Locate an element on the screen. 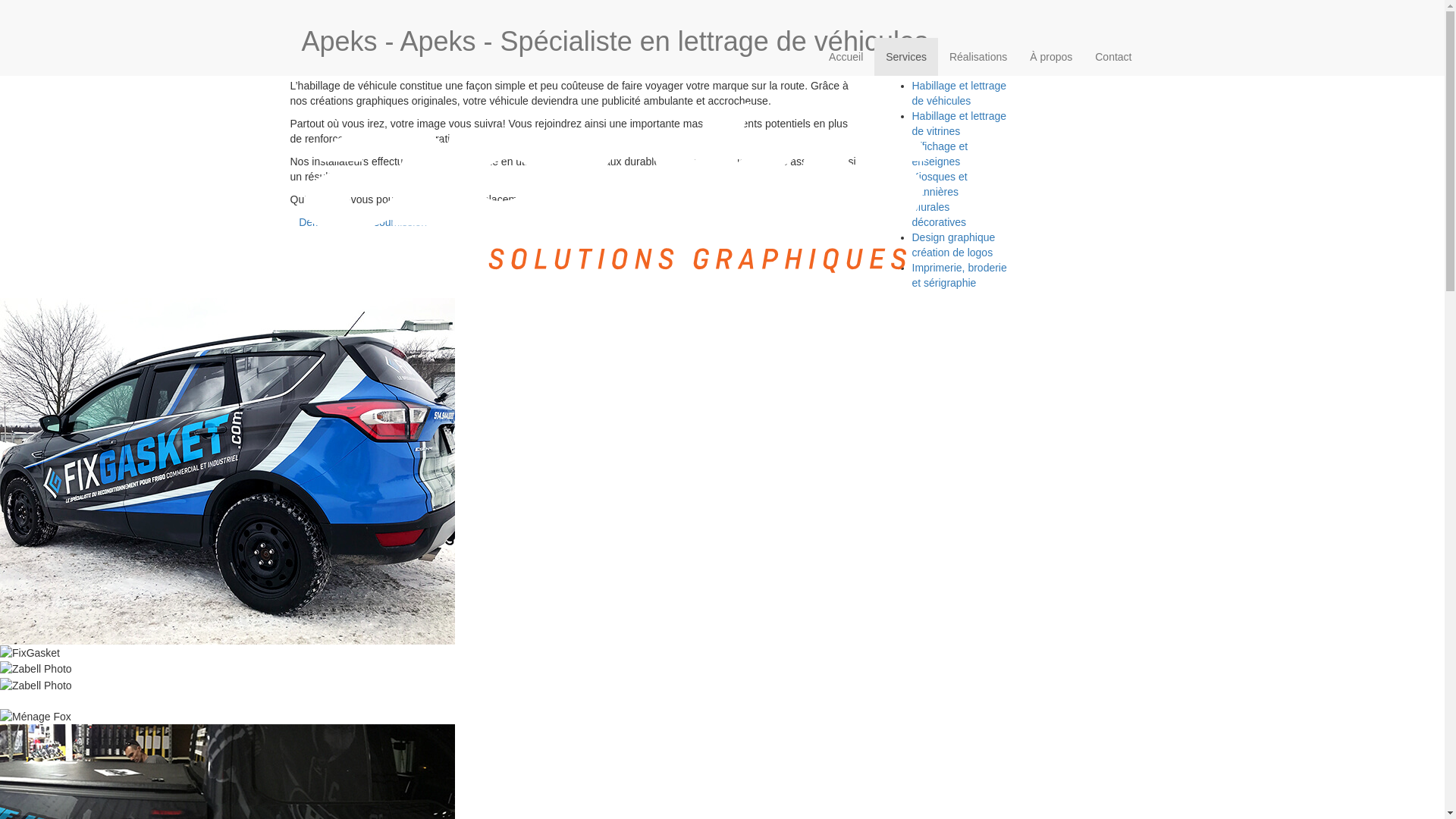 This screenshot has width=1456, height=819. 'Affichage et is located at coordinates (938, 154).